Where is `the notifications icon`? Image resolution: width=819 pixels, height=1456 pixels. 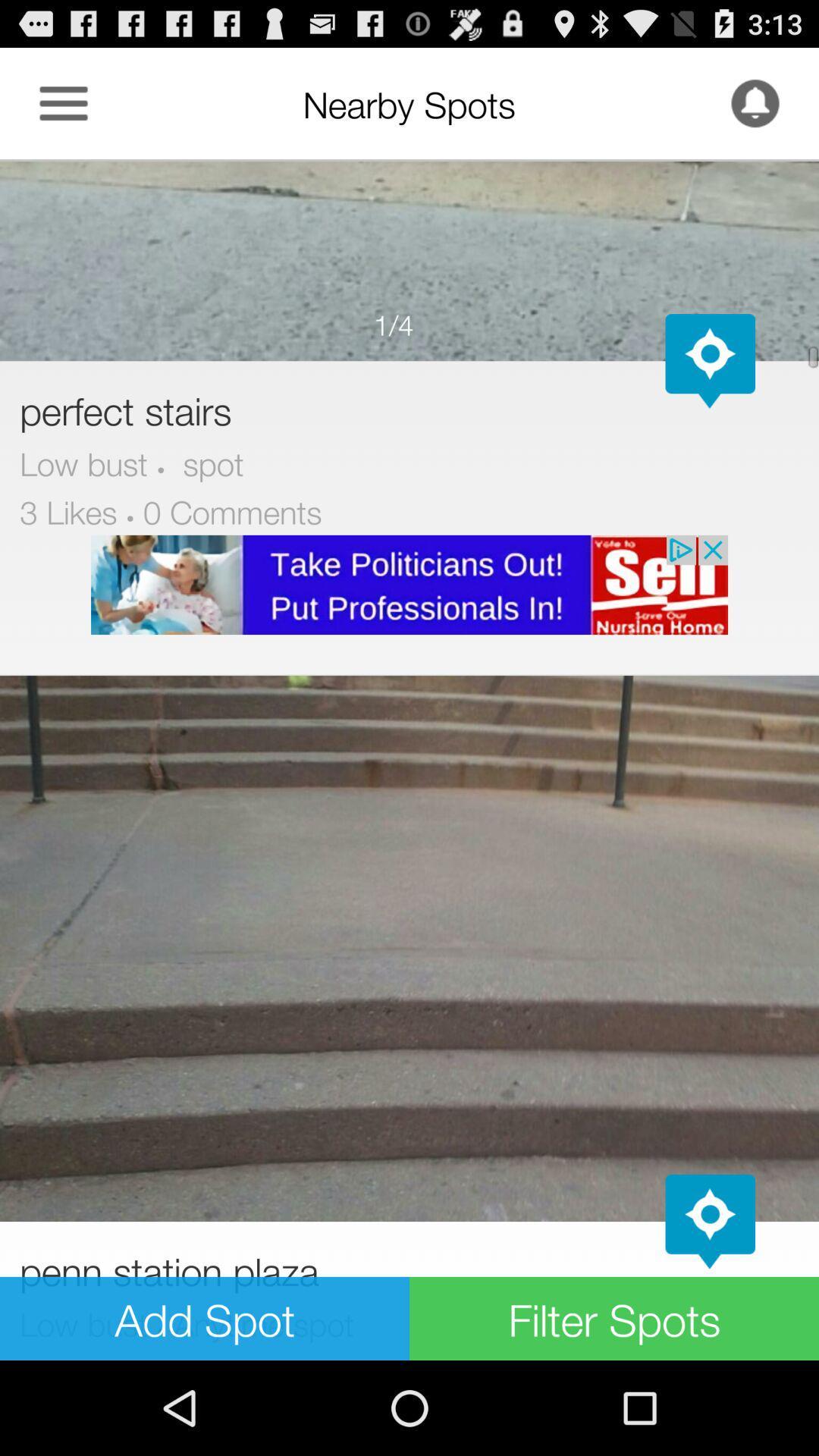
the notifications icon is located at coordinates (755, 110).